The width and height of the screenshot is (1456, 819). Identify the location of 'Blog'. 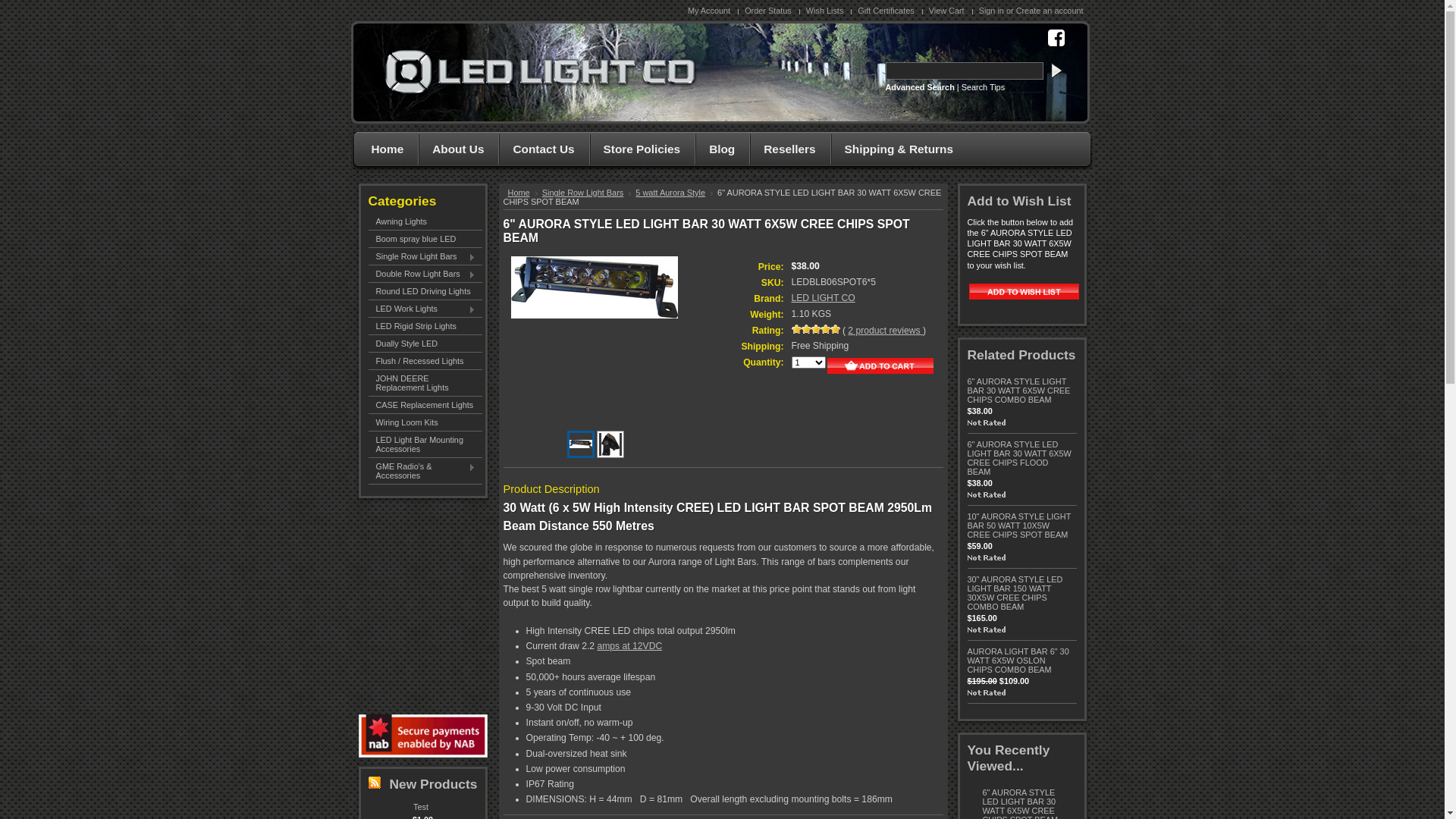
(694, 150).